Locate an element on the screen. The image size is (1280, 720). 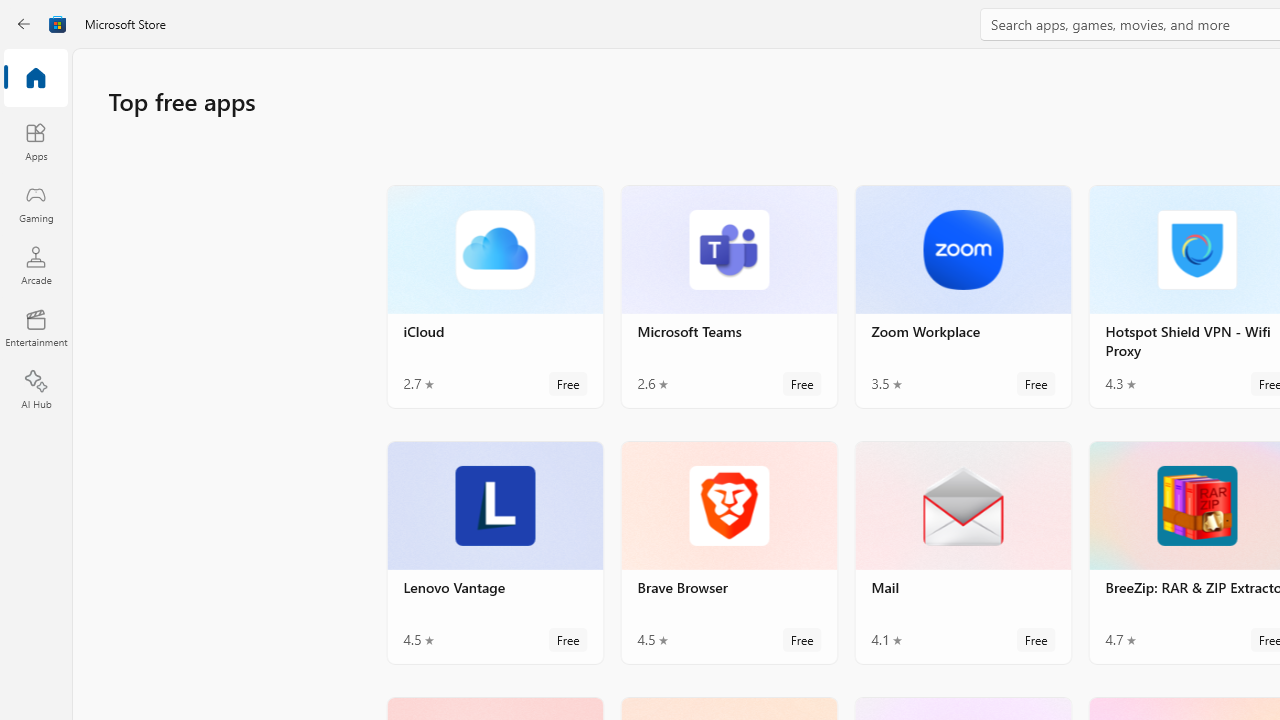
'Entertainment' is located at coordinates (35, 326).